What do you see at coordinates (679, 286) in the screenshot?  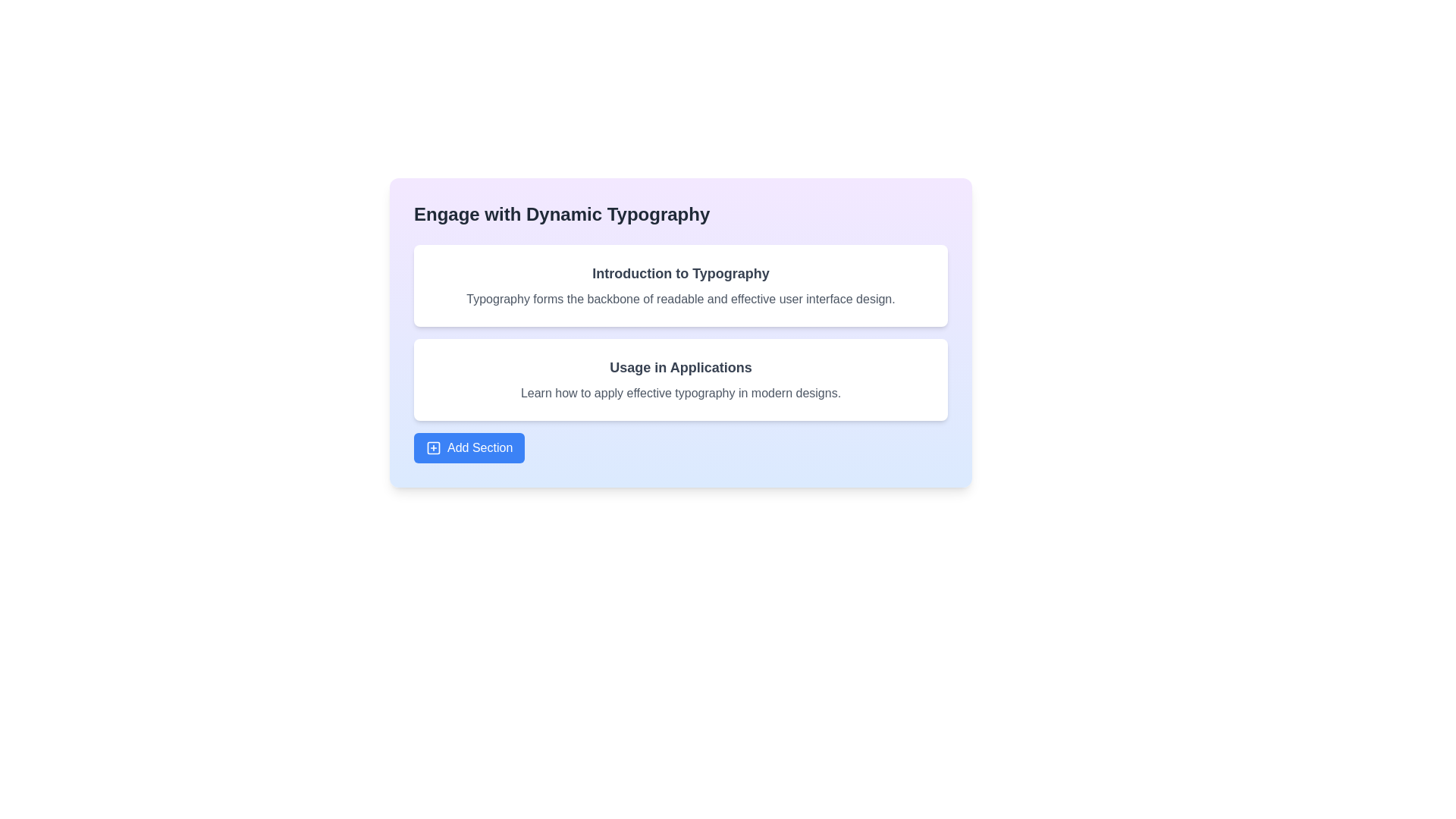 I see `the first descriptive card element containing the title 'Introduction to Typography', which is white, rounded, and shadowed, located above the second card titled 'Usage in Applications'` at bounding box center [679, 286].